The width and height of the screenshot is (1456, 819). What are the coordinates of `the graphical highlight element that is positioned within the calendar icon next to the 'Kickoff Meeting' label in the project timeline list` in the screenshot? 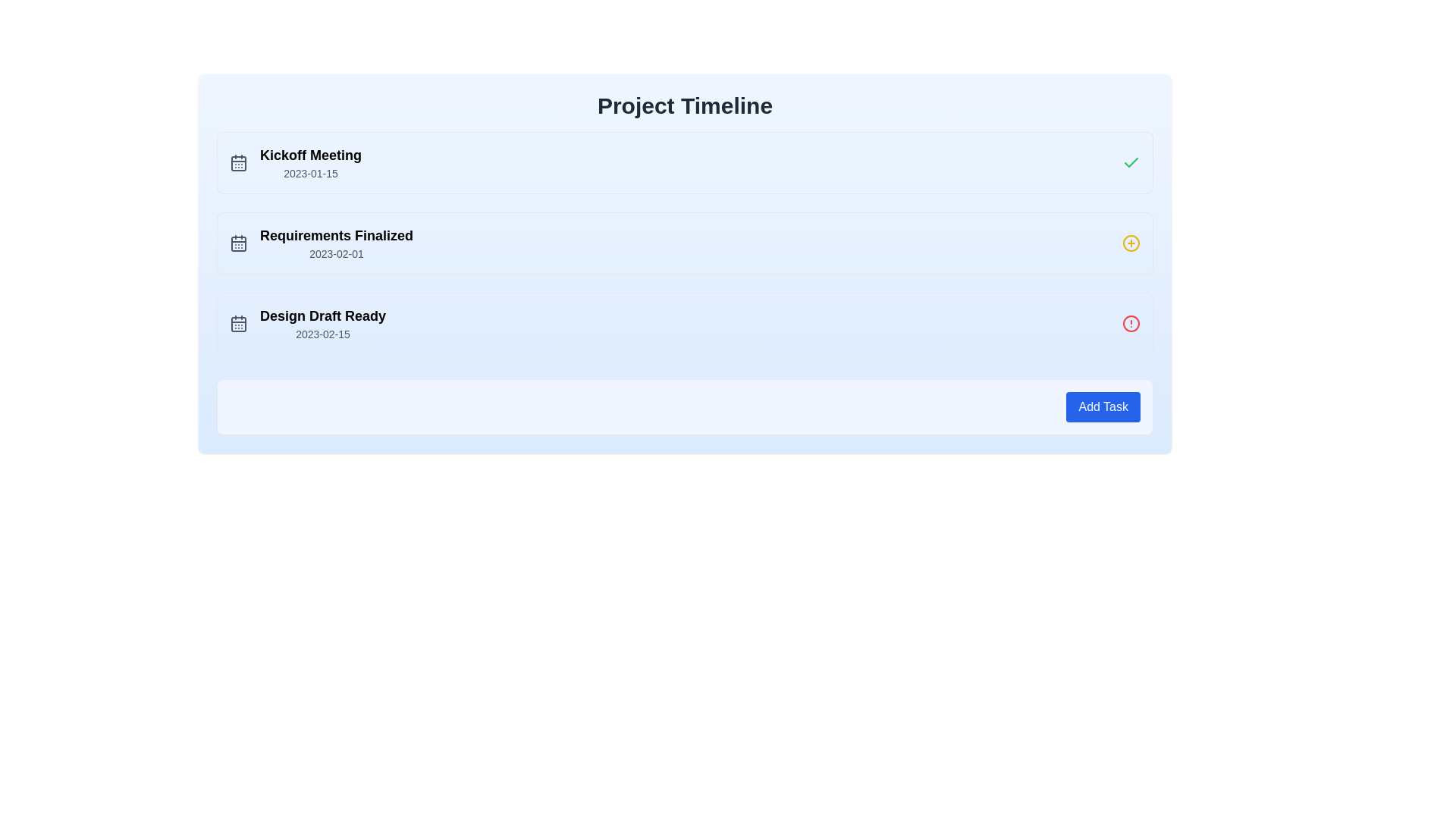 It's located at (238, 164).